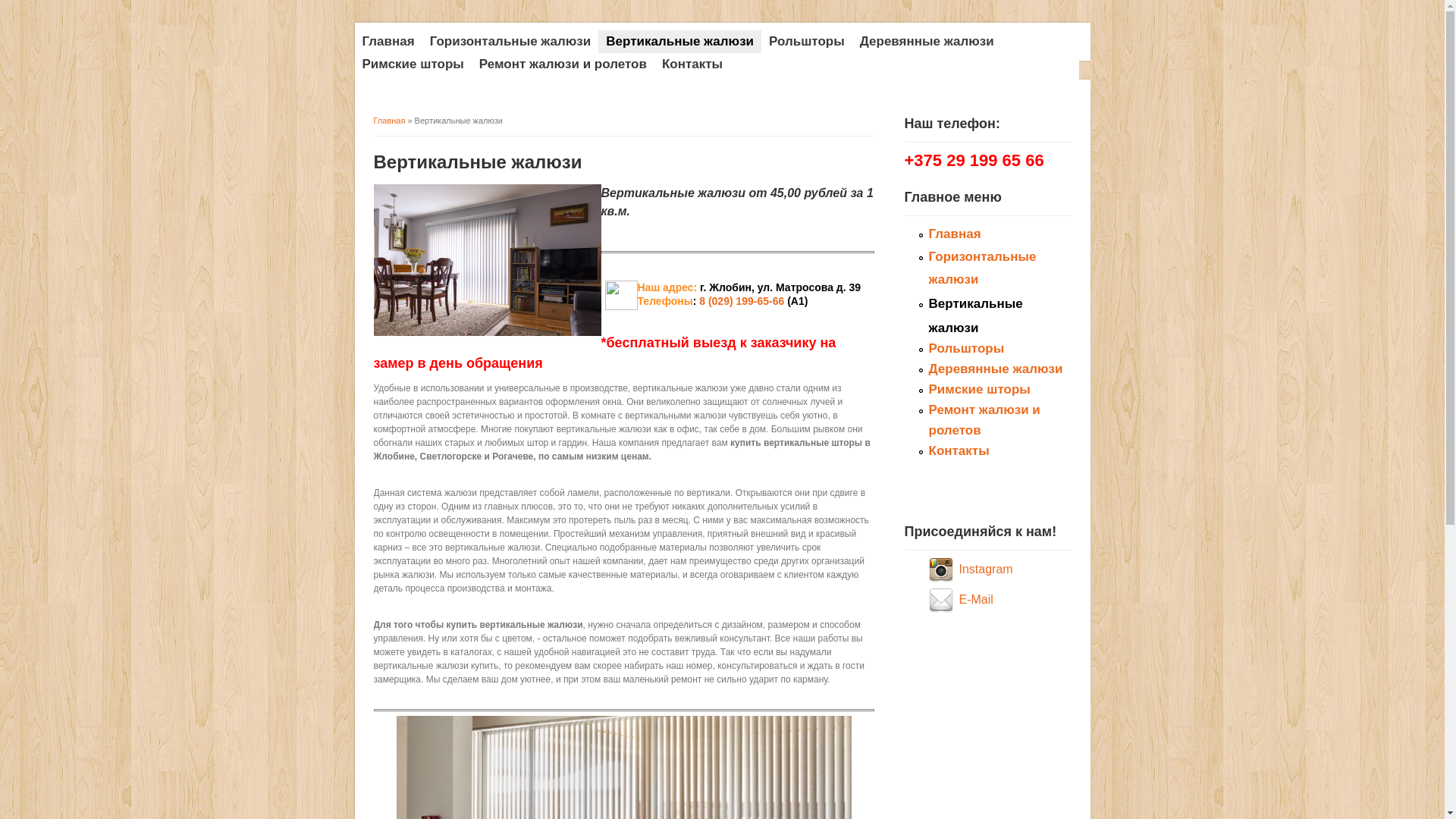 The image size is (1456, 819). What do you see at coordinates (985, 569) in the screenshot?
I see `'Instagram'` at bounding box center [985, 569].